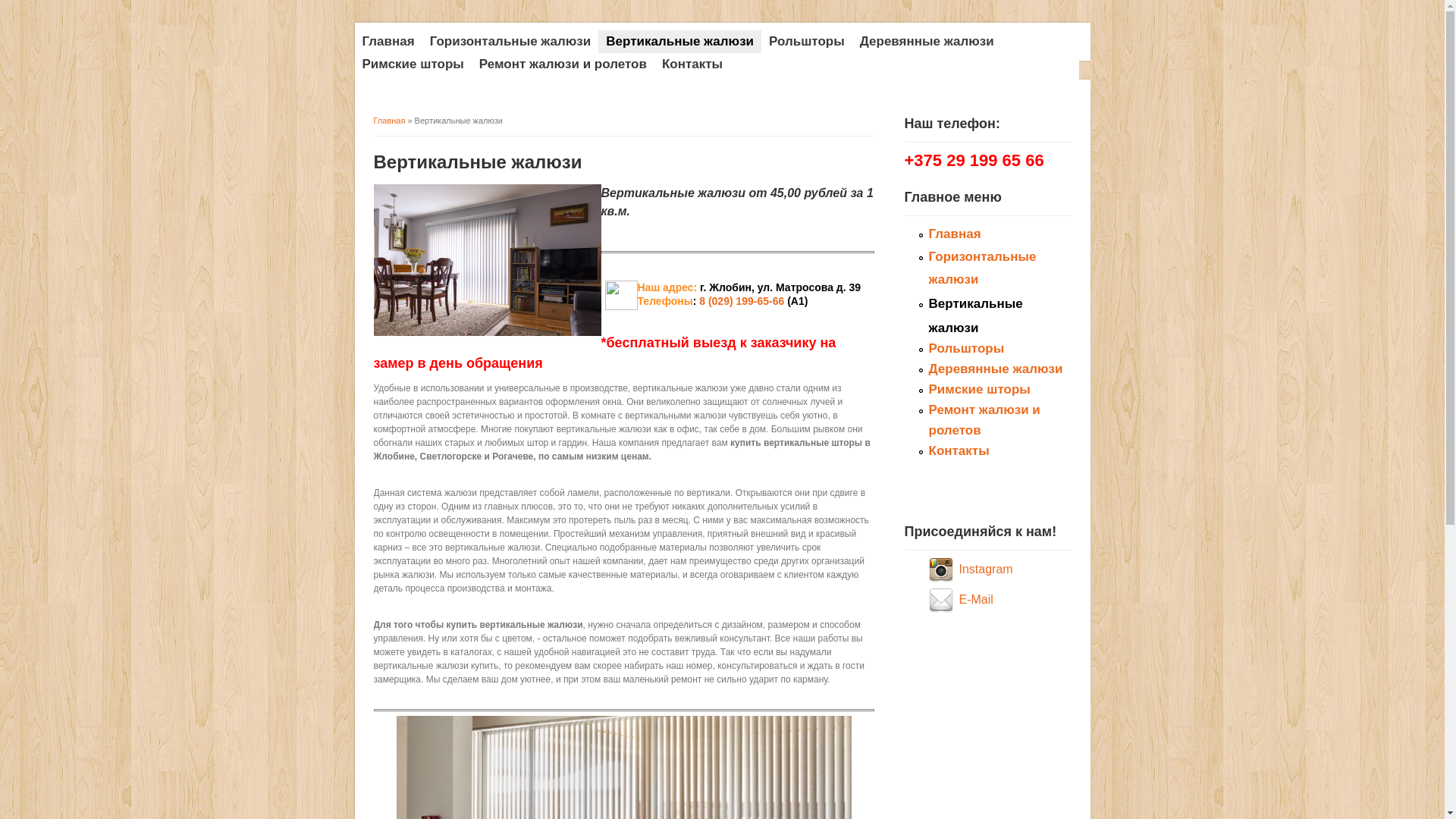 The image size is (1456, 819). What do you see at coordinates (985, 569) in the screenshot?
I see `'Instagram'` at bounding box center [985, 569].